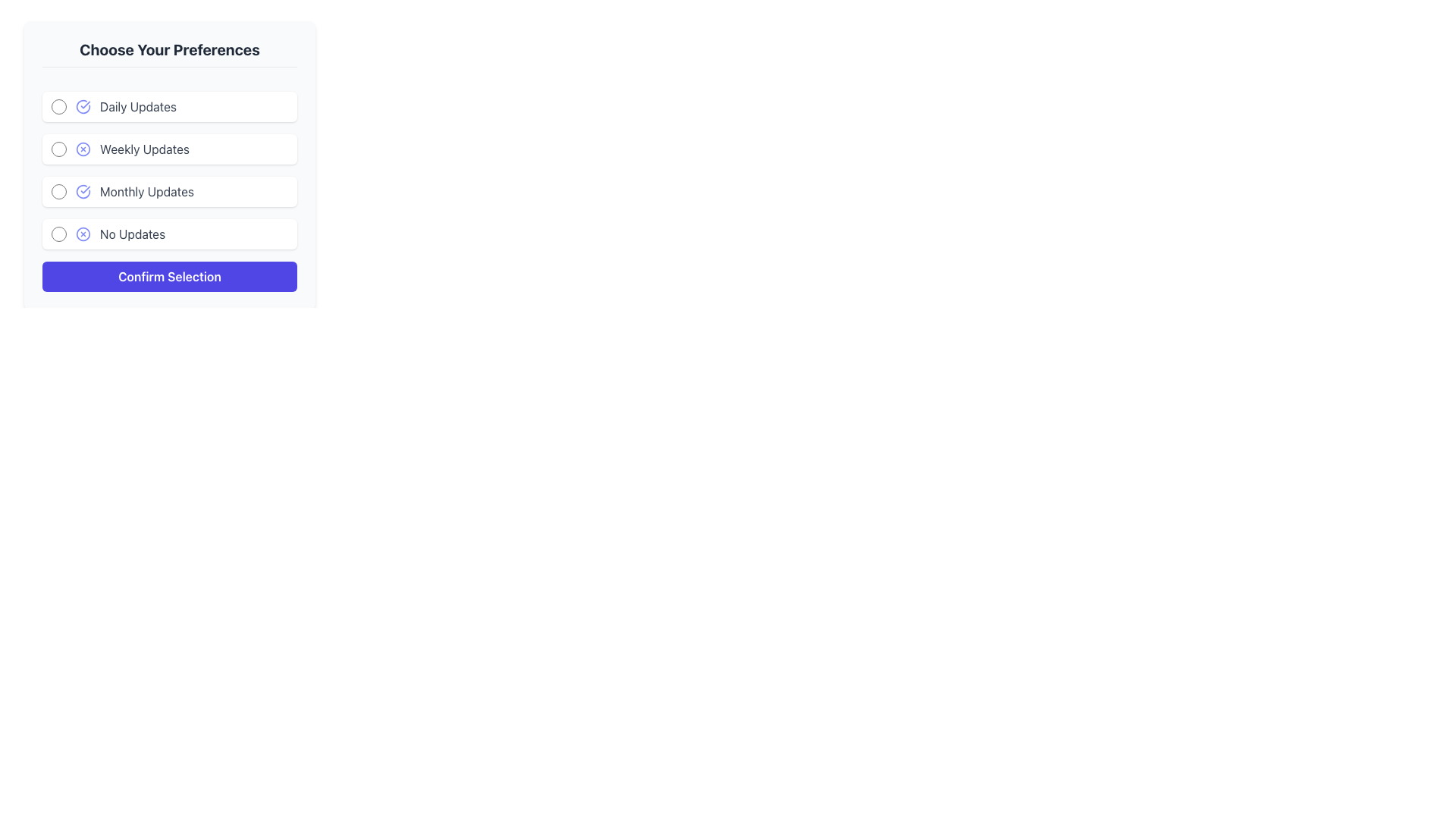 Image resolution: width=1456 pixels, height=819 pixels. Describe the element at coordinates (138, 106) in the screenshot. I see `the static text label that describes the action or preference represented by the accompanying radio button, located in the middle of the first row under the heading 'Choose Your Preferences'` at that location.